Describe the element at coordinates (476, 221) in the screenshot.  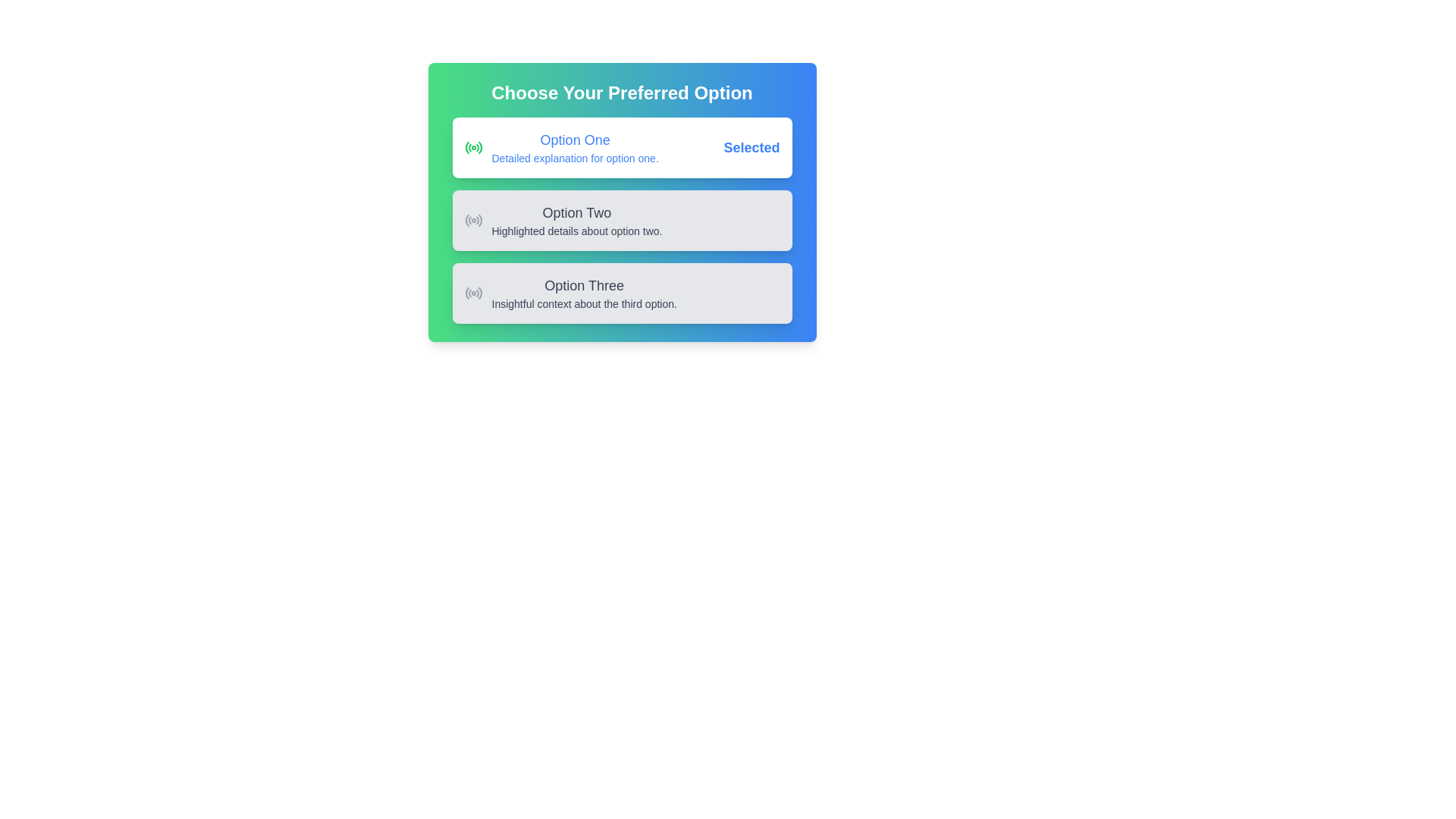
I see `the right-side arc of the second radio-like icon representing 'Option Two' in the vertical list of three` at that location.